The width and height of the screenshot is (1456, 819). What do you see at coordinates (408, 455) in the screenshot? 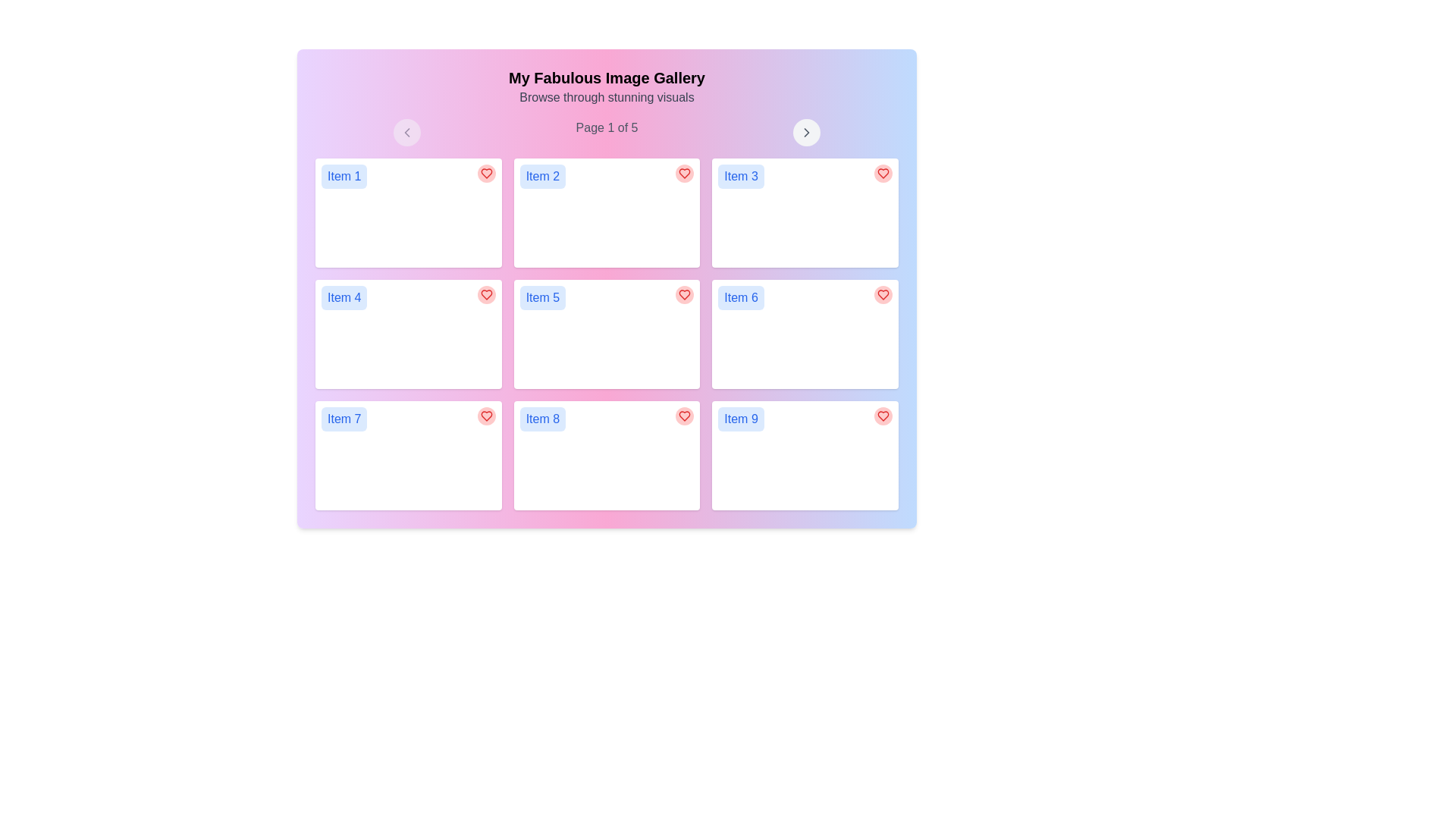
I see `the card element displaying content related to 'Item 7', located in the third row, first column of a 3x3 grid layout` at bounding box center [408, 455].